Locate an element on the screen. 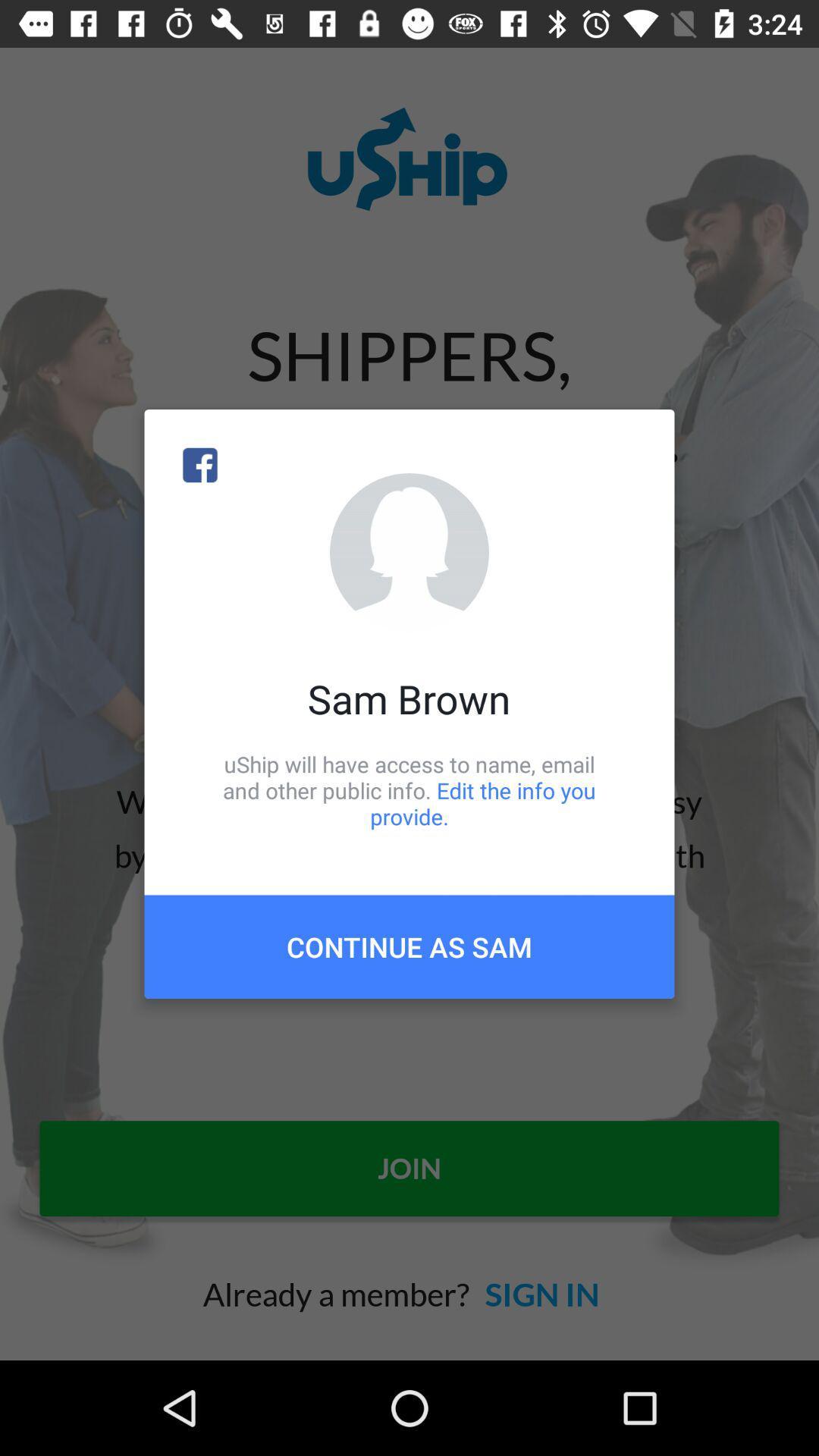 The width and height of the screenshot is (819, 1456). the continue as sam item is located at coordinates (409, 946).